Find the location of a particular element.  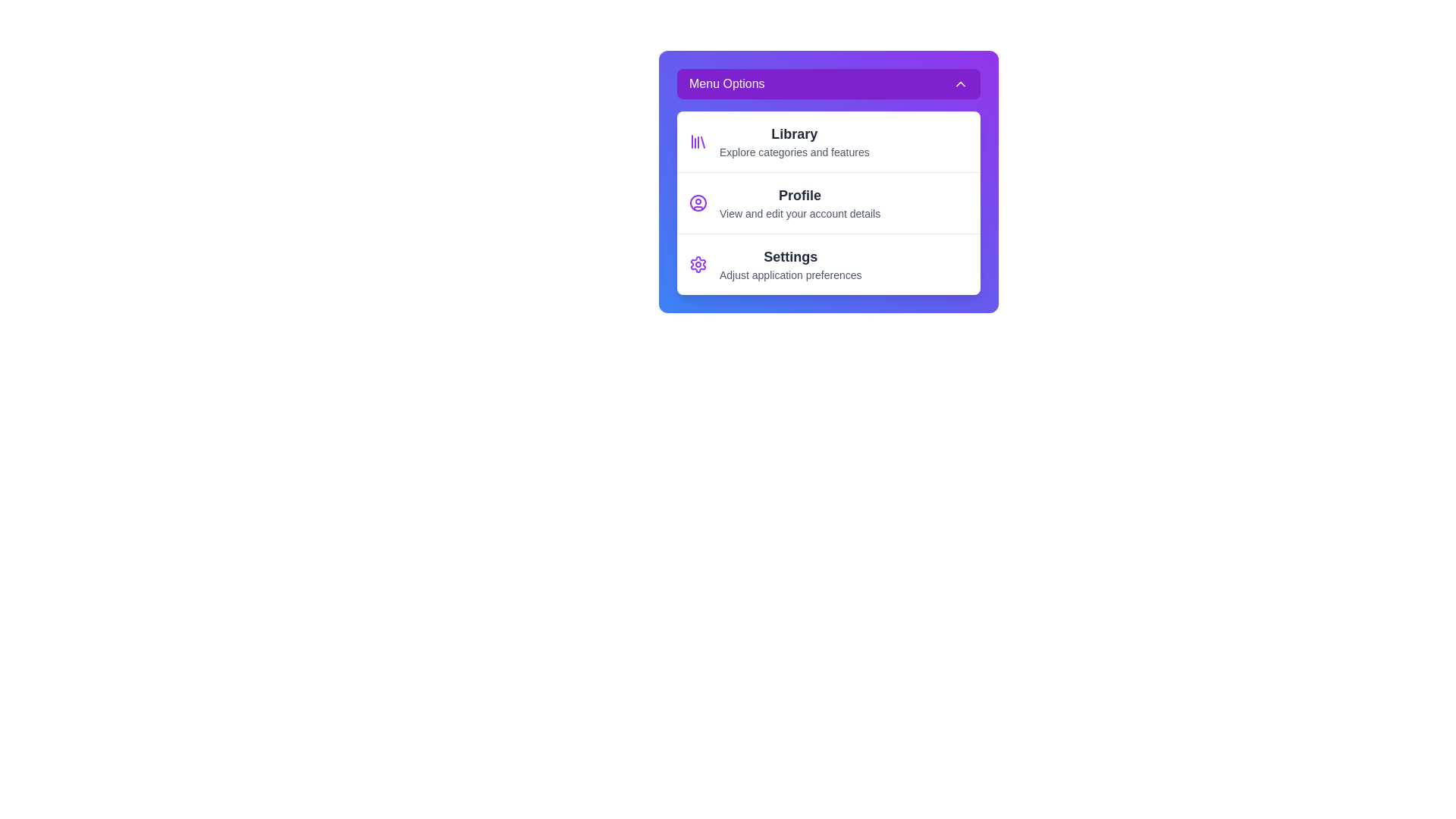

the third list item with an icon and text is located at coordinates (828, 263).